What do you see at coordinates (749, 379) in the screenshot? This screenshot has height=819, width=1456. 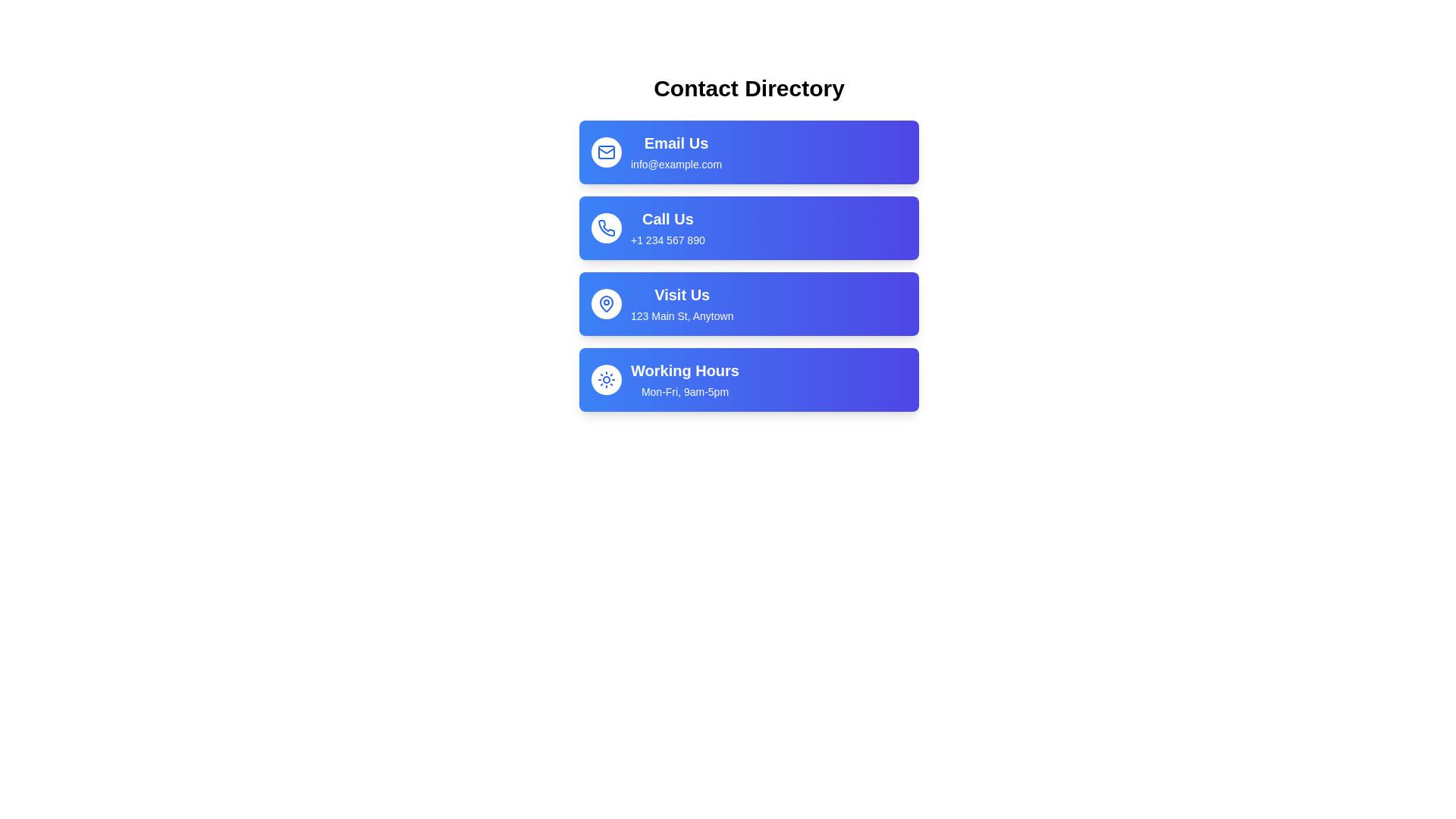 I see `the Informational Panel that displays office working hours, indicating operations from Monday to Friday, 9am to 5pm, located at the bottom-most row of a vertically stacked list of contact details` at bounding box center [749, 379].